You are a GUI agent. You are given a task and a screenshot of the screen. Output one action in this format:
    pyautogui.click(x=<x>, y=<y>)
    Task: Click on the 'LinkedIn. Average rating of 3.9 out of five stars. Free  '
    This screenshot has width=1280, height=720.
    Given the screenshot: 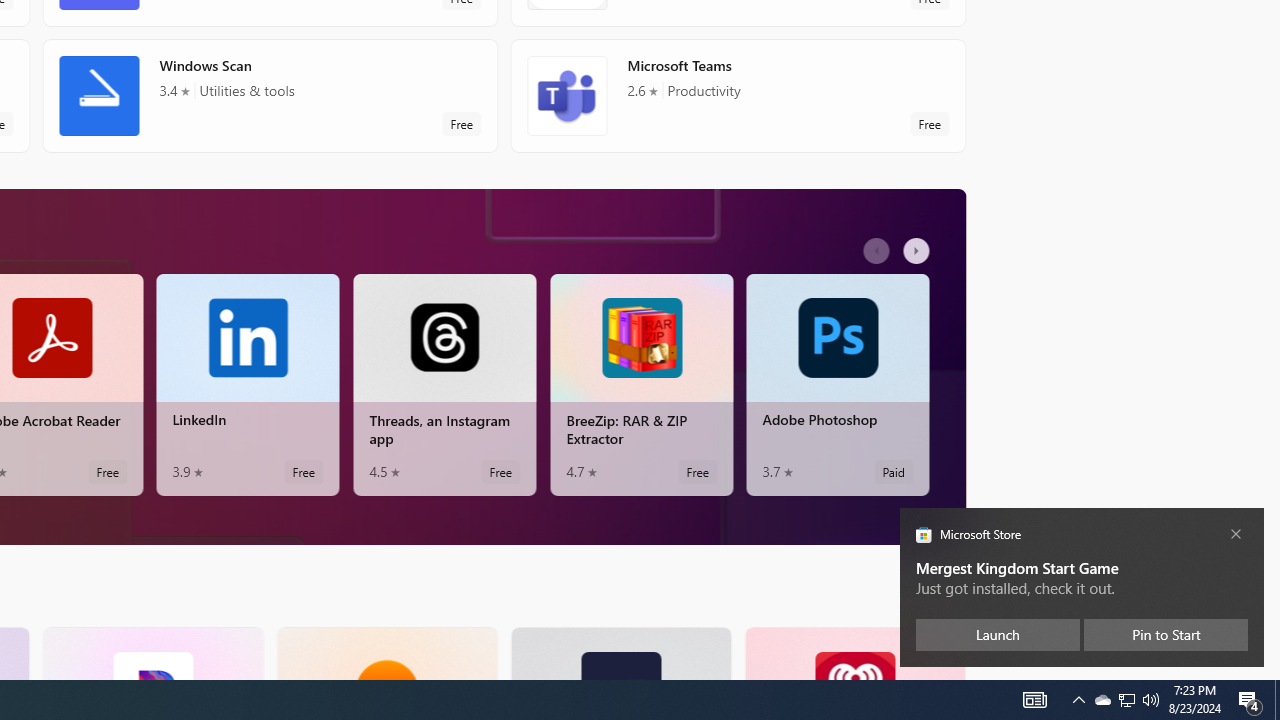 What is the action you would take?
    pyautogui.click(x=246, y=384)
    